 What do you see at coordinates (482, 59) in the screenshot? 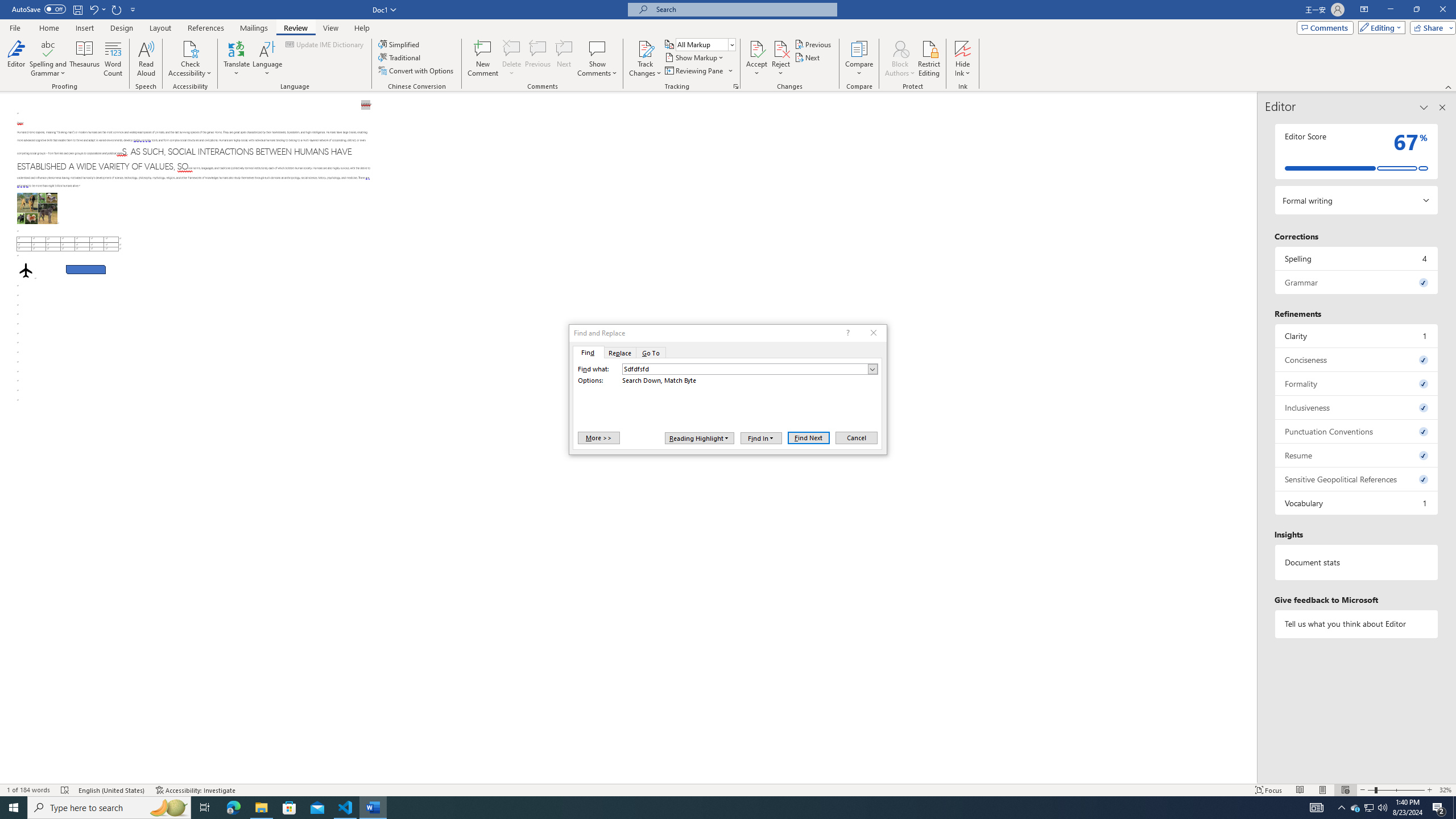
I see `'New Comment'` at bounding box center [482, 59].